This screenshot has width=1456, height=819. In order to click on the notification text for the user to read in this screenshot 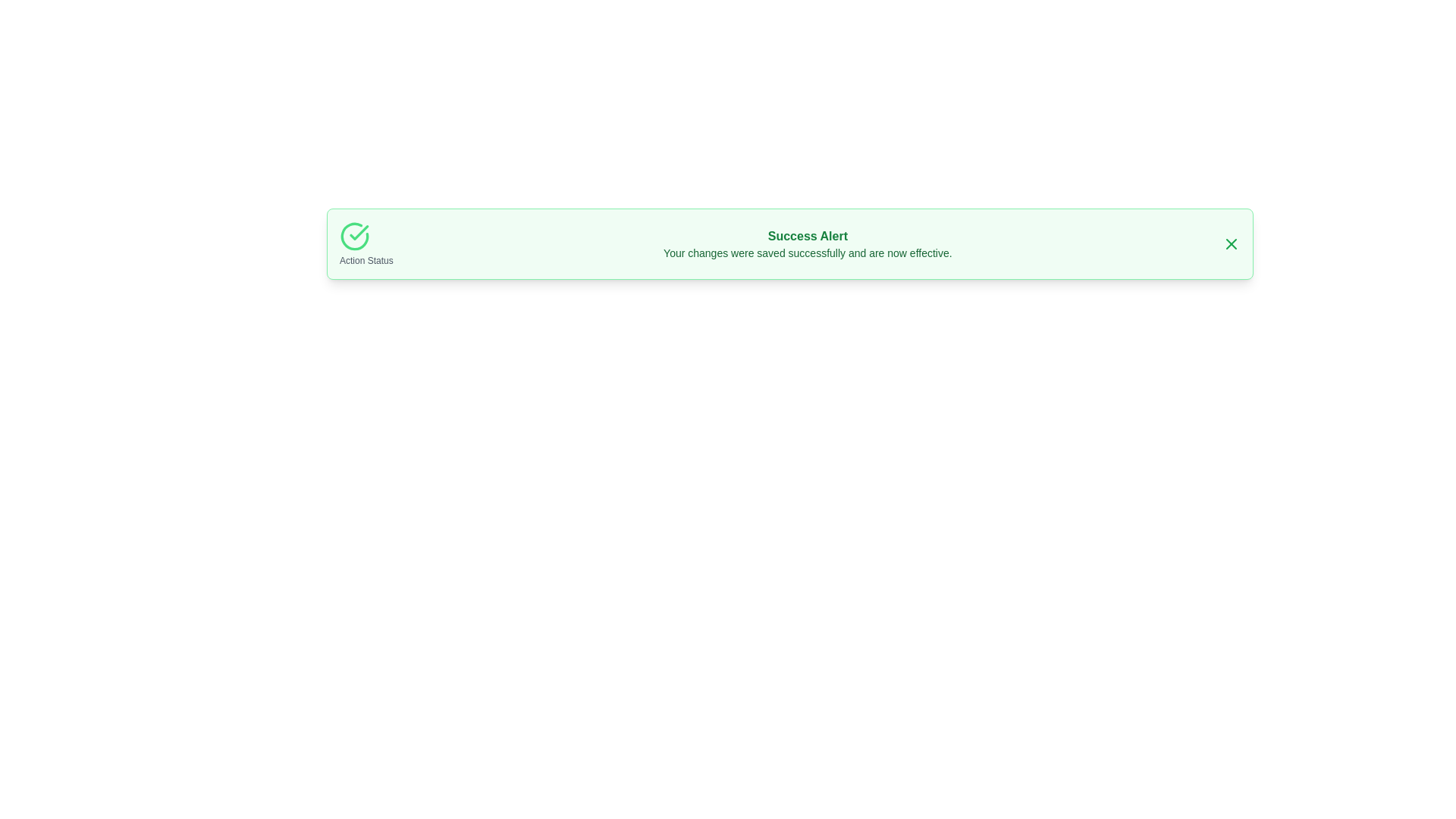, I will do `click(807, 243)`.